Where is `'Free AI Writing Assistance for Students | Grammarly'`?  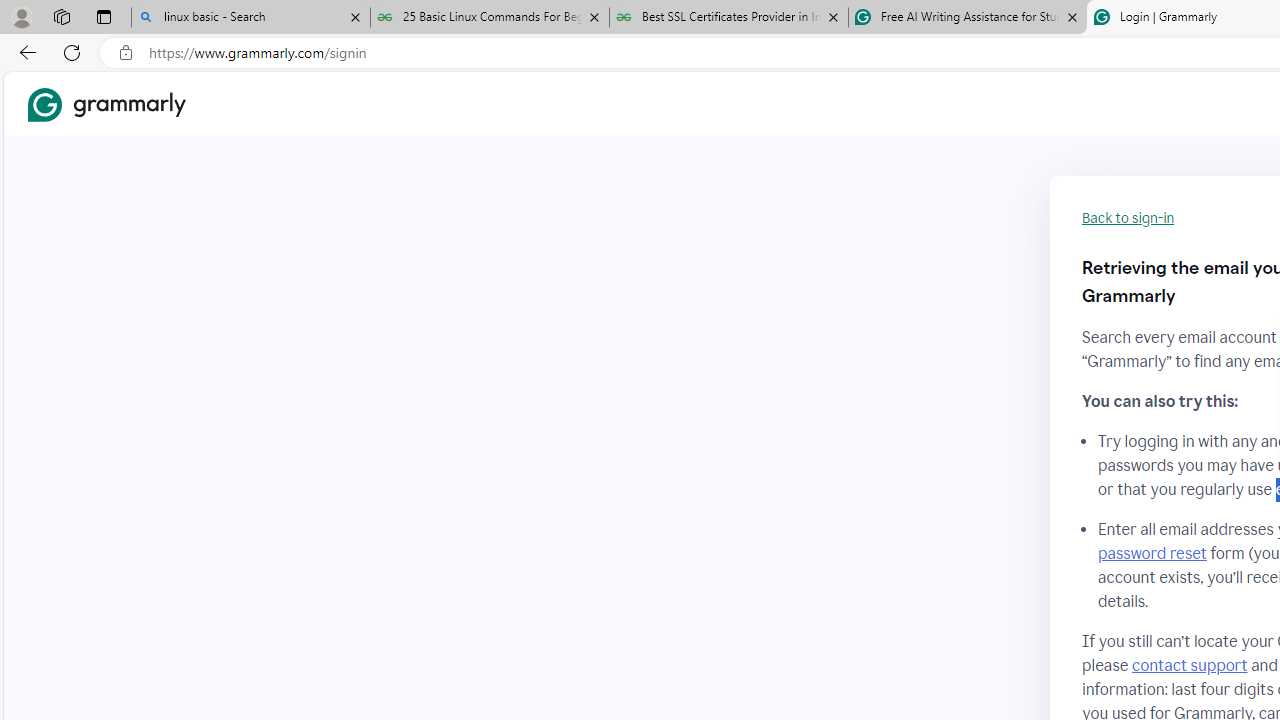
'Free AI Writing Assistance for Students | Grammarly' is located at coordinates (967, 17).